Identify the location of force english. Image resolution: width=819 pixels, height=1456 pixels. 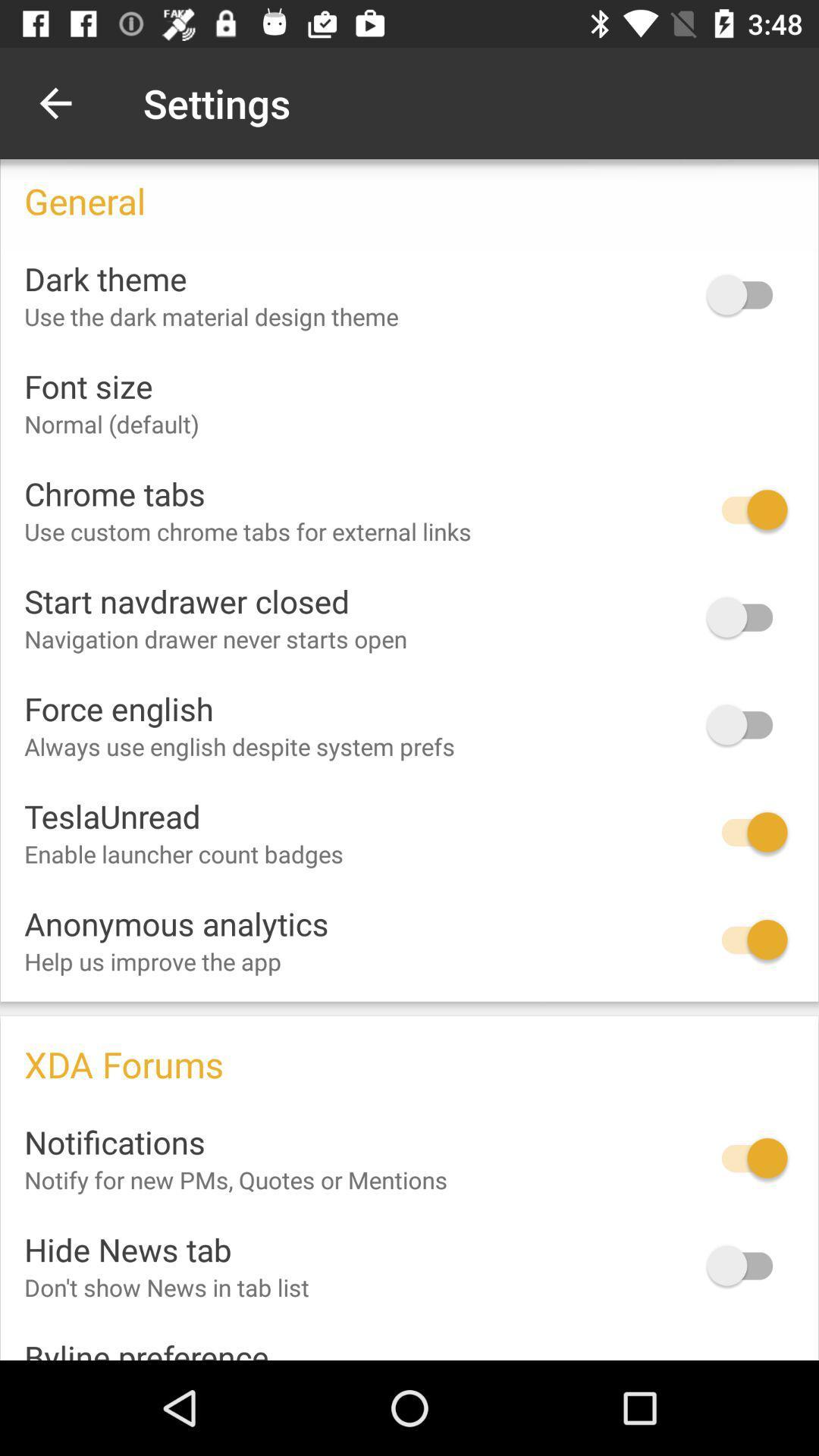
(746, 723).